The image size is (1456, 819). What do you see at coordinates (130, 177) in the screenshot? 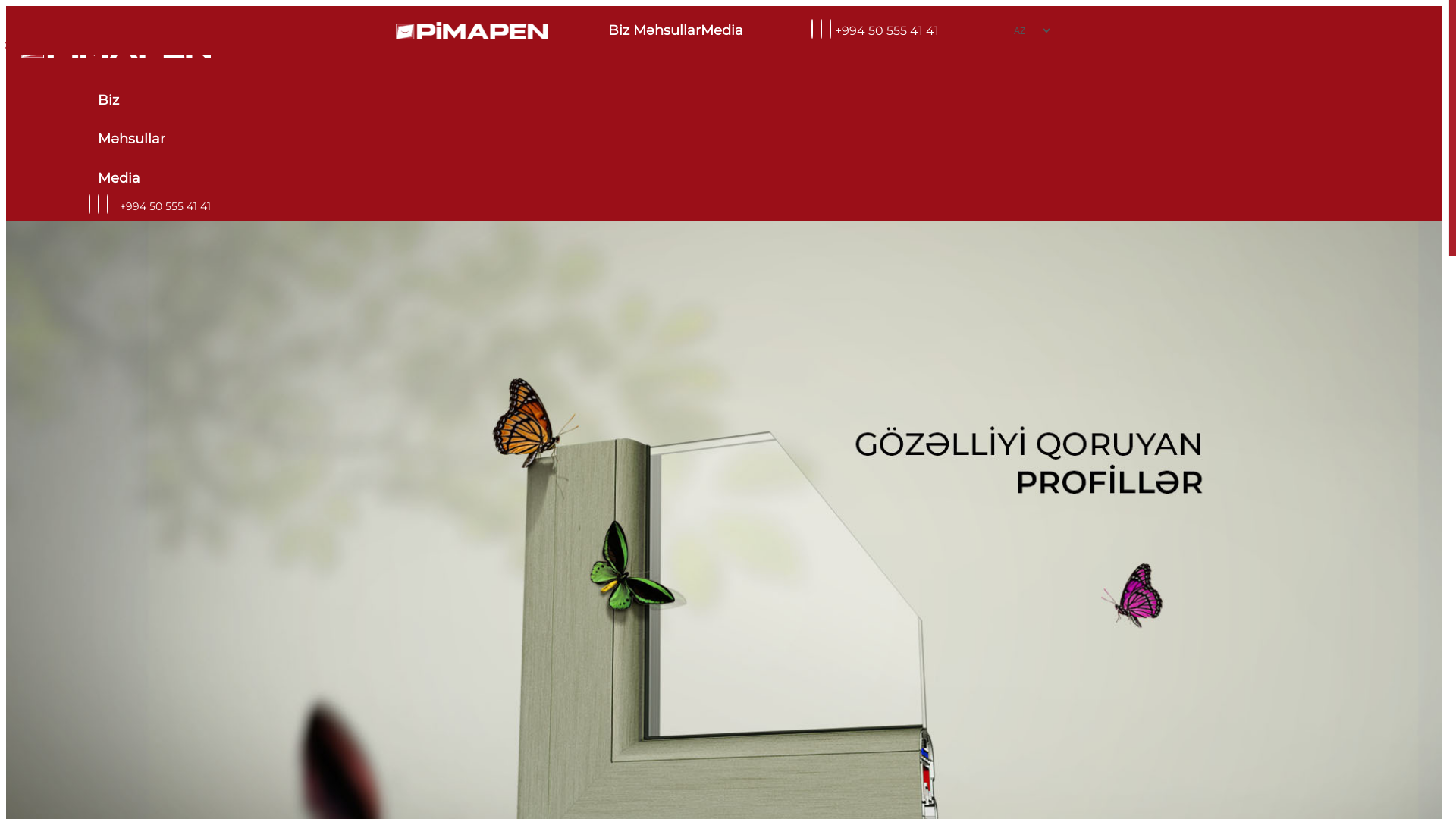
I see `'Media'` at bounding box center [130, 177].